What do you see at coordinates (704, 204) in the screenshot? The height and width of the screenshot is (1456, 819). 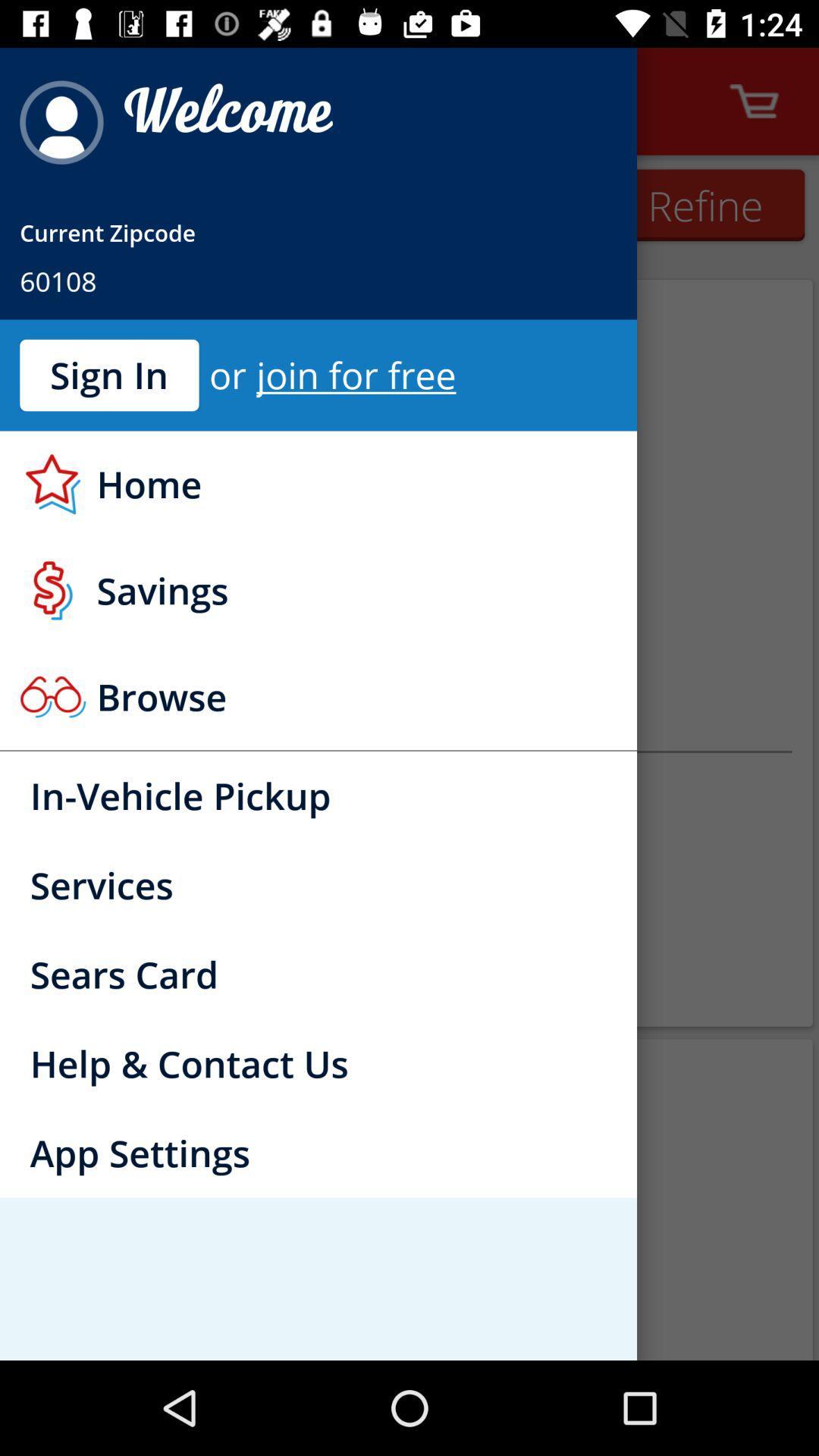 I see `the button at the right side of the page` at bounding box center [704, 204].